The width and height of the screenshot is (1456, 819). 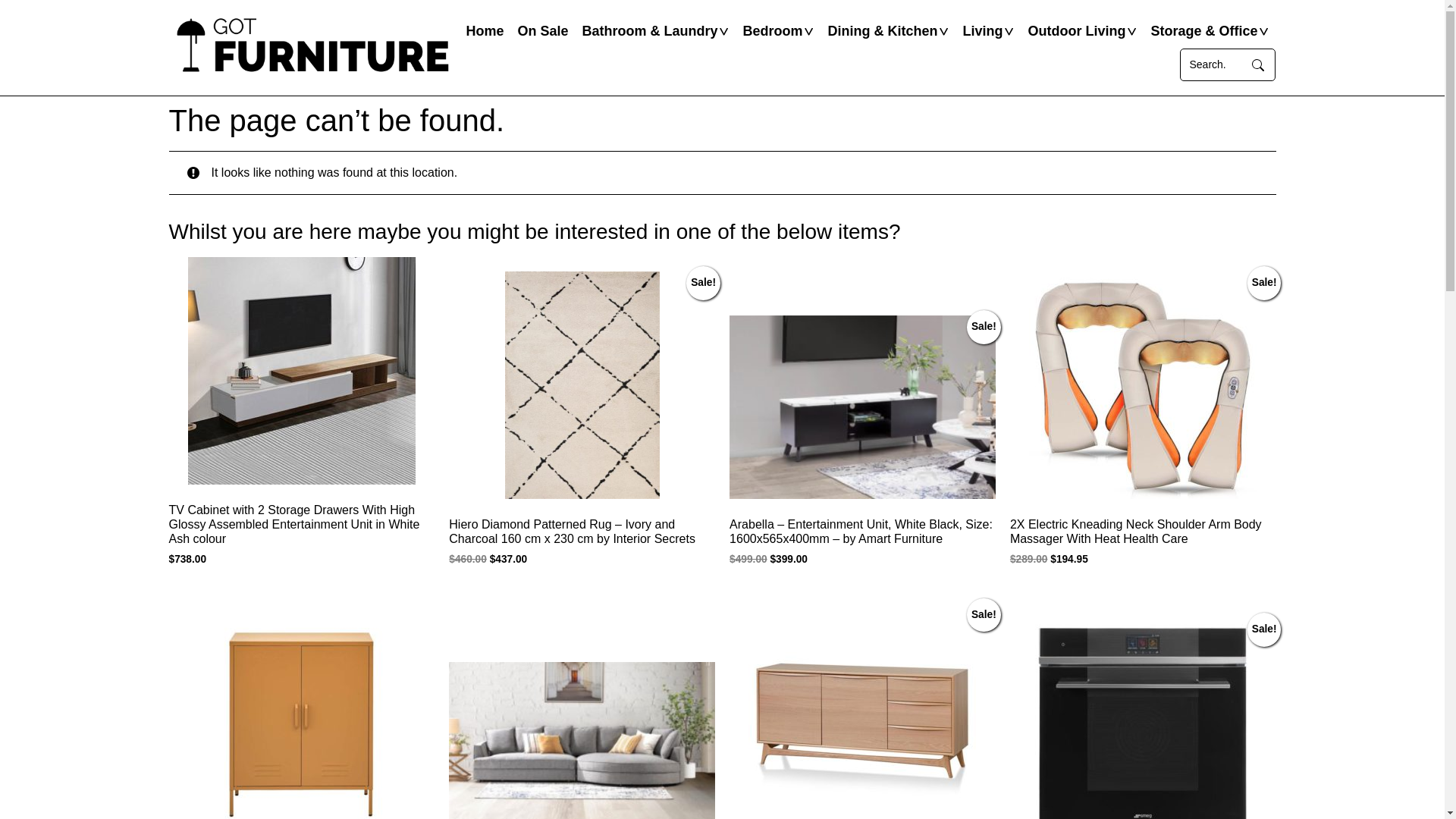 What do you see at coordinates (510, 31) in the screenshot?
I see `'On Sale'` at bounding box center [510, 31].